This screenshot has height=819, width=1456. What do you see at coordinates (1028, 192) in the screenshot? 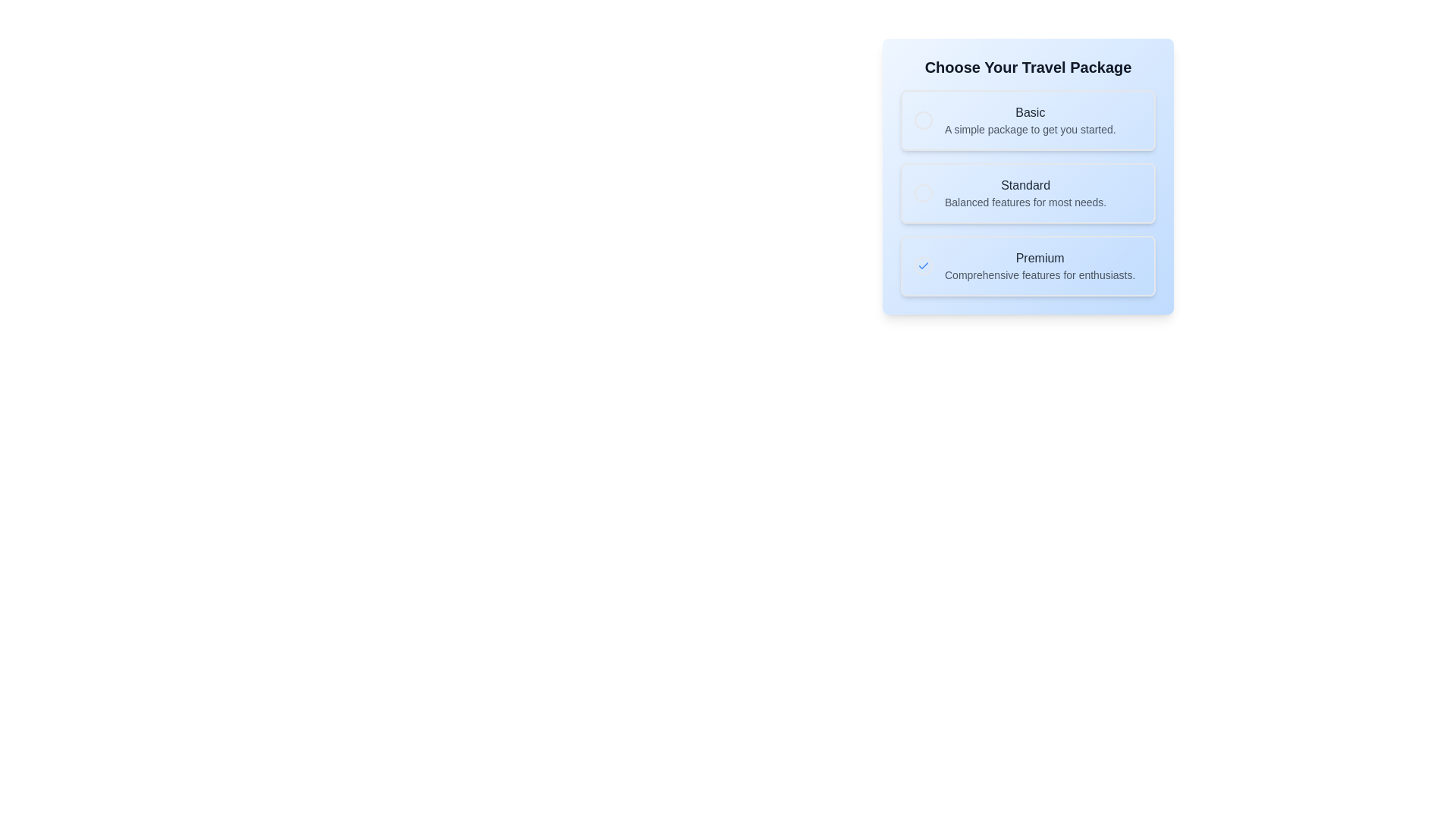
I see `the selectable list item labeled 'Standard' which is the middle option in the 'Choose Your Travel Package' card layout` at bounding box center [1028, 192].